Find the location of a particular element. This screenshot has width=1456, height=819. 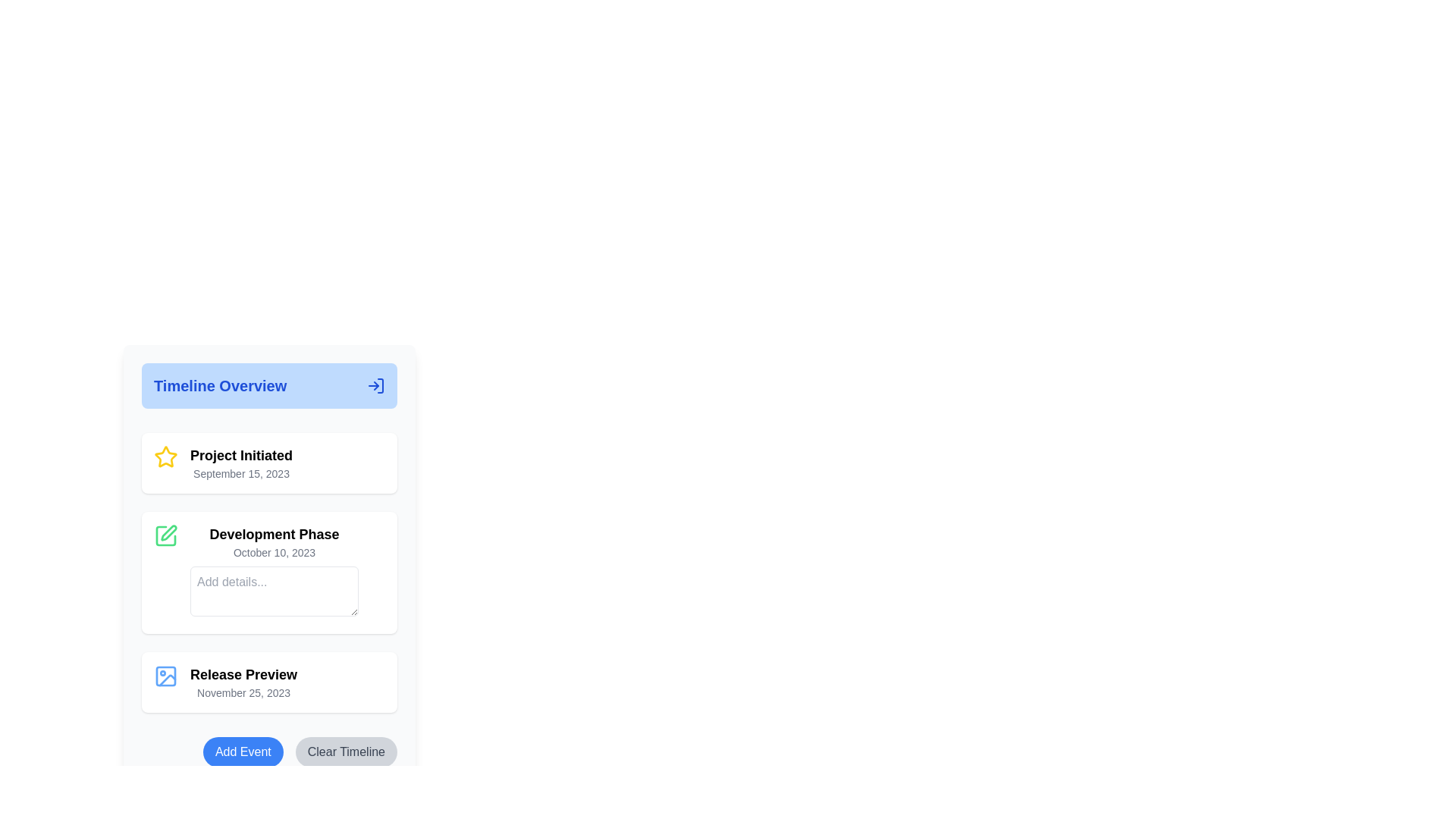

the button that allows users to add a new event to the timeline, positioned on the left side of the lower section of the interface is located at coordinates (243, 752).